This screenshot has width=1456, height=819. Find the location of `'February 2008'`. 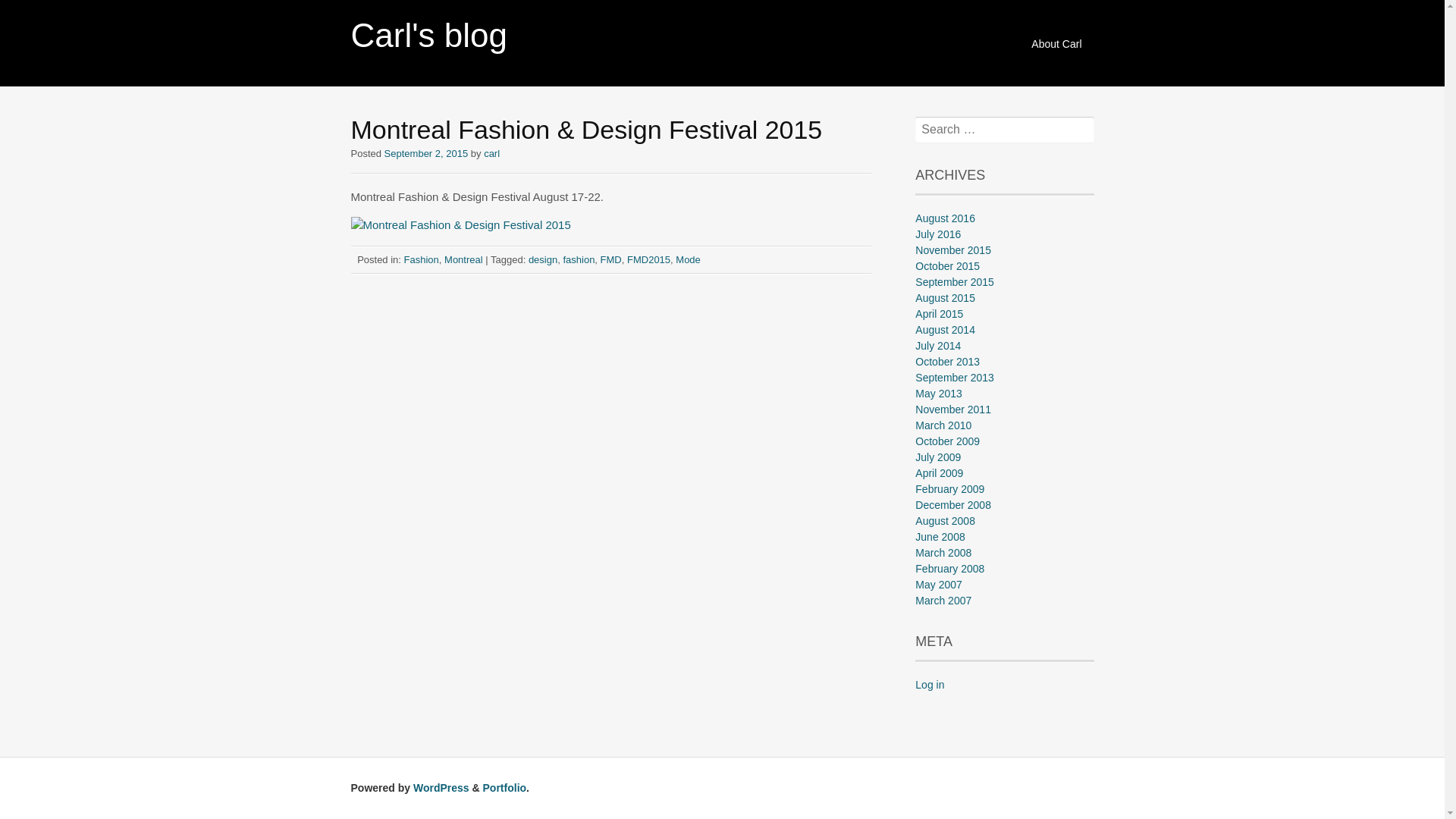

'February 2008' is located at coordinates (949, 568).